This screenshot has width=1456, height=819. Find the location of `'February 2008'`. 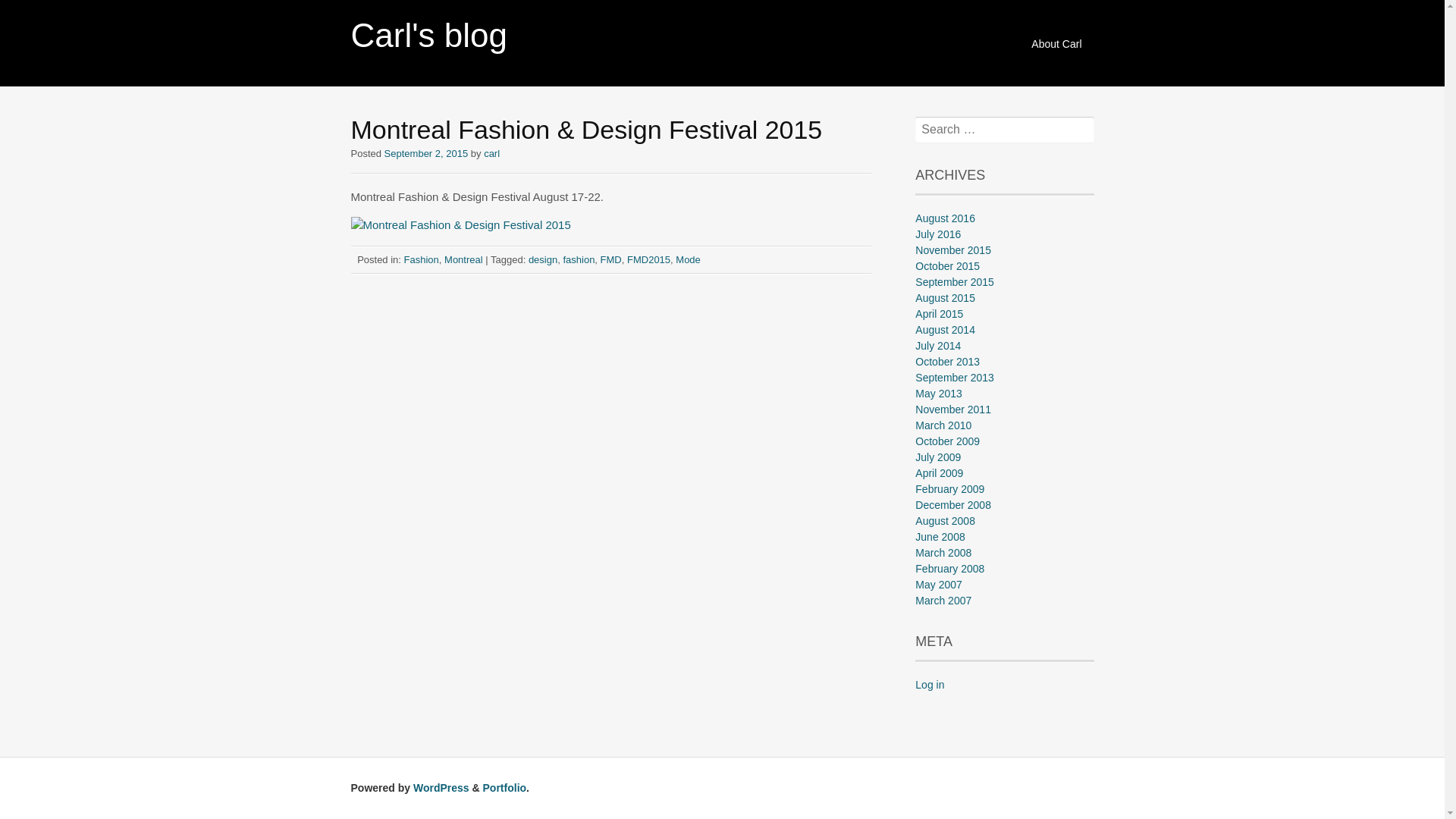

'February 2008' is located at coordinates (949, 568).